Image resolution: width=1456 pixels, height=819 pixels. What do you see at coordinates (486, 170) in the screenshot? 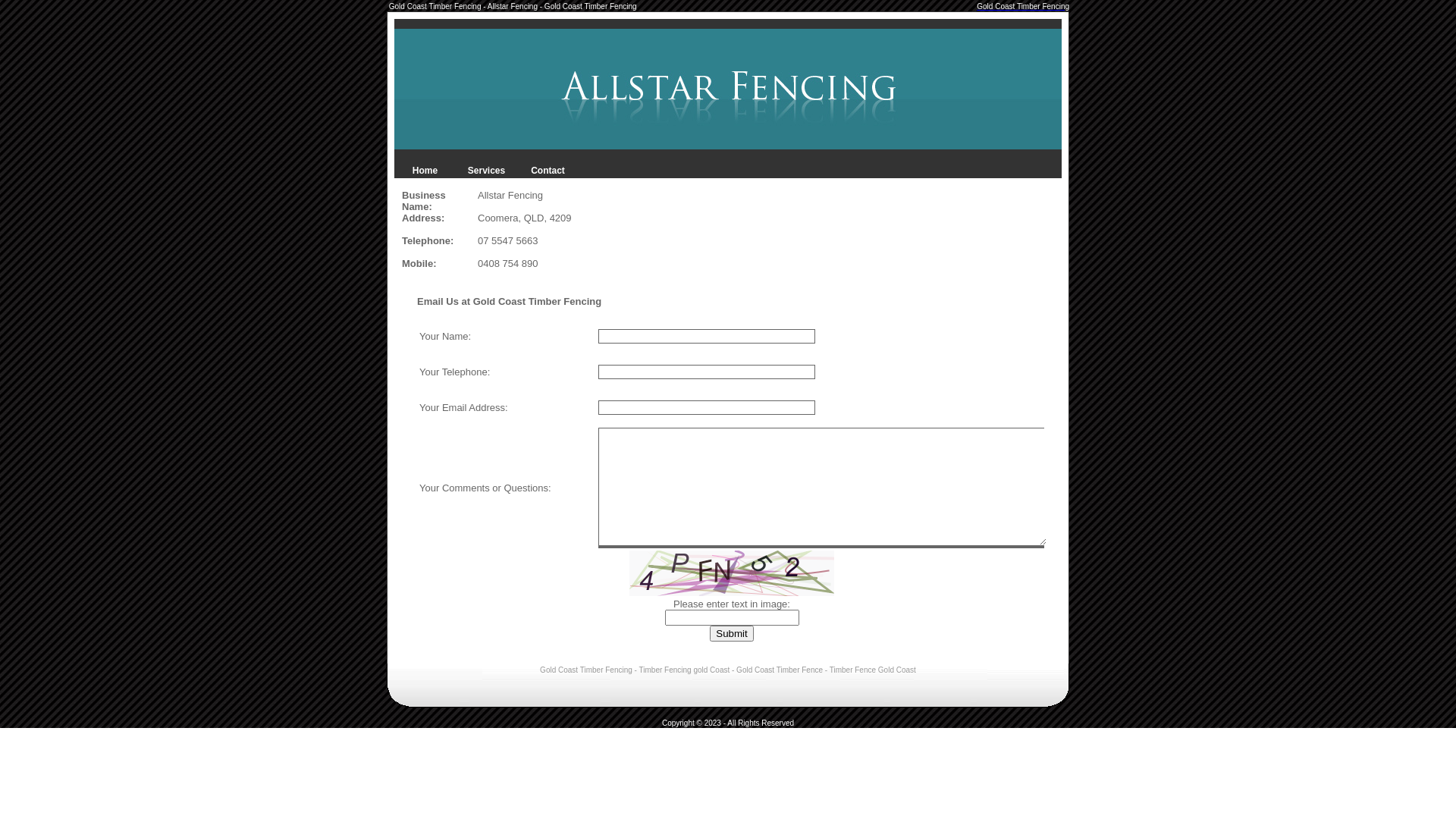
I see `'Services'` at bounding box center [486, 170].